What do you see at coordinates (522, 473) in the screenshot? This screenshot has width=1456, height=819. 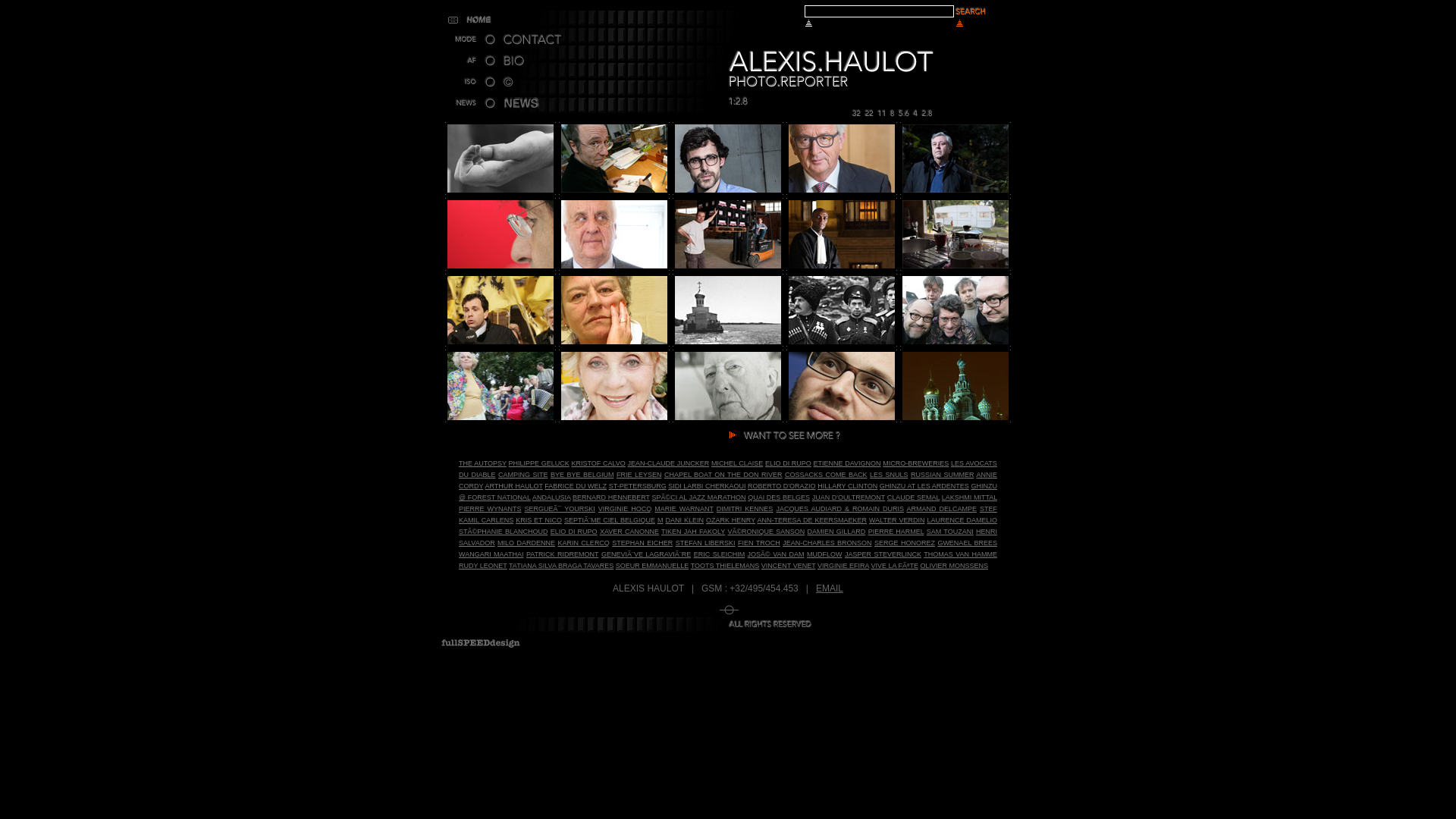 I see `'CAMPING SITE'` at bounding box center [522, 473].